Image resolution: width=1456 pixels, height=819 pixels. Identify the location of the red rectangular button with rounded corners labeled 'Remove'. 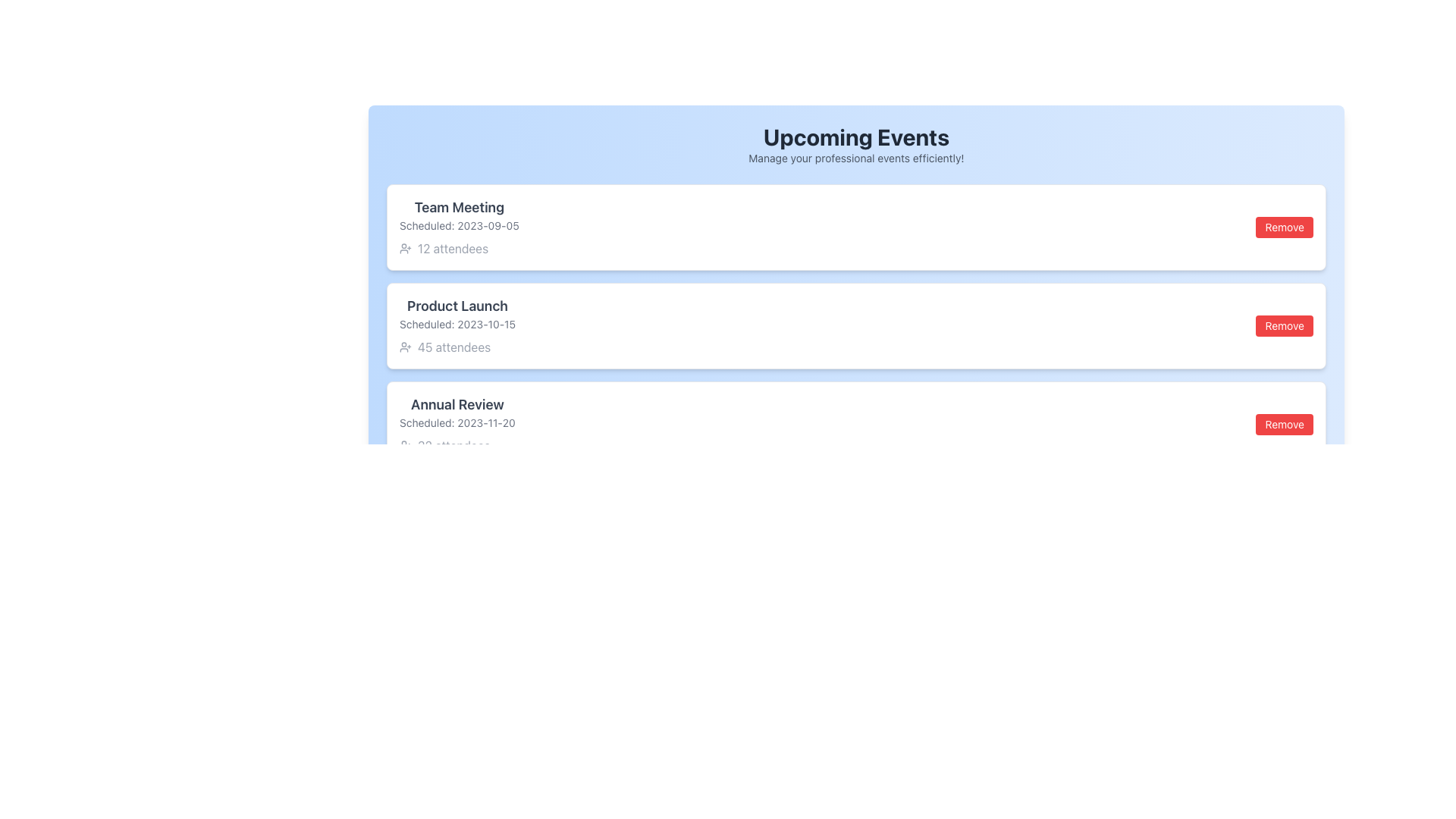
(1284, 424).